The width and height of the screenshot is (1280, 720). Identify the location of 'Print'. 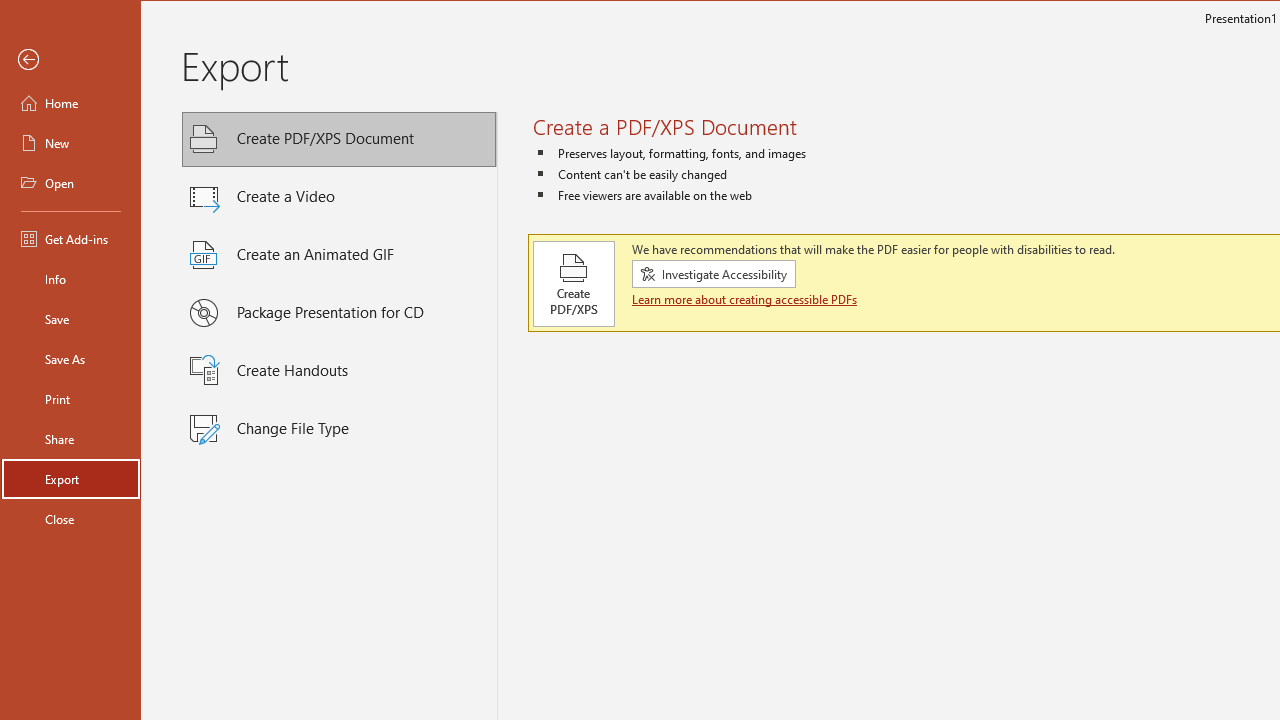
(71, 398).